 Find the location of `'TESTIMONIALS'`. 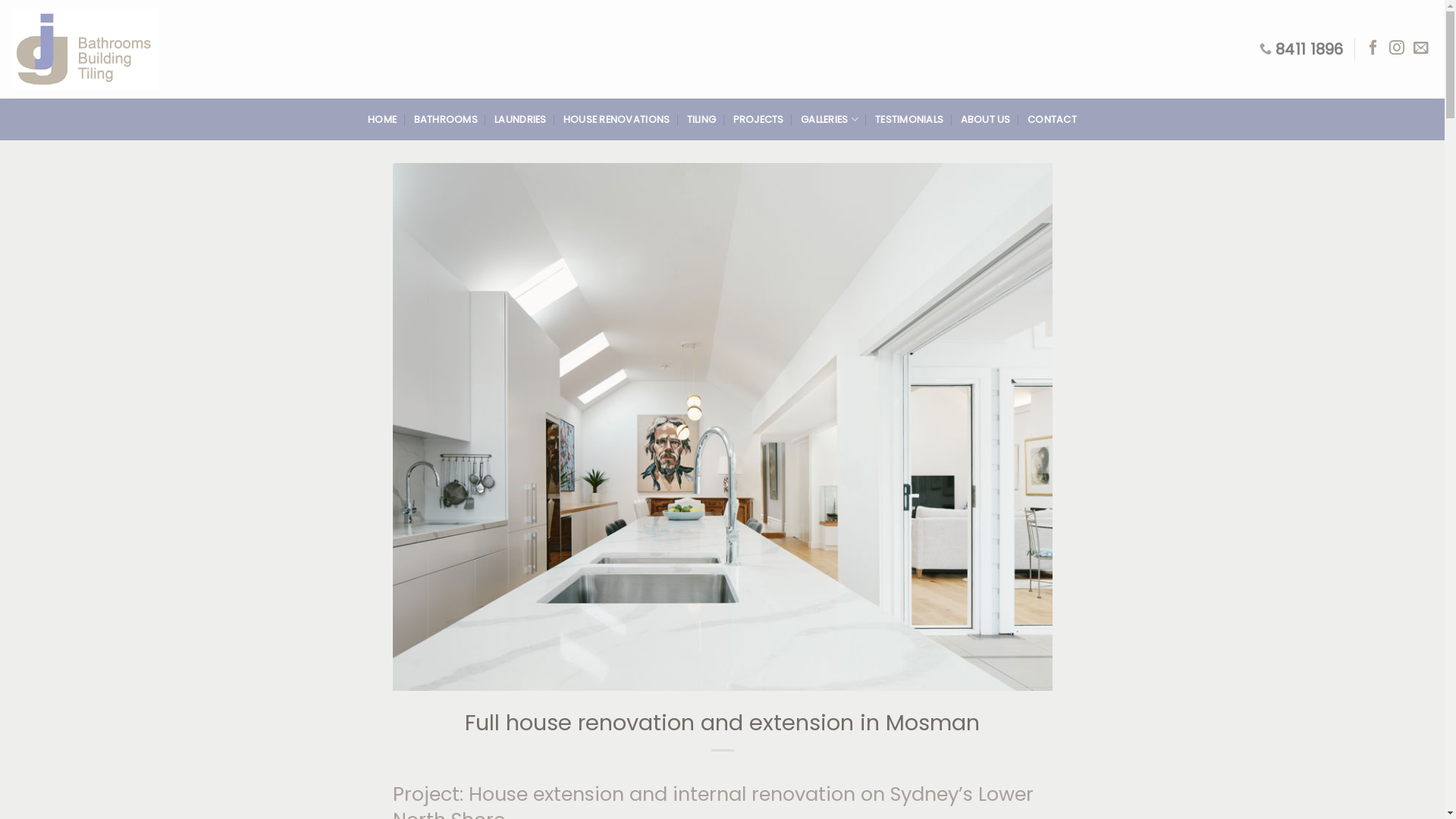

'TESTIMONIALS' is located at coordinates (874, 119).